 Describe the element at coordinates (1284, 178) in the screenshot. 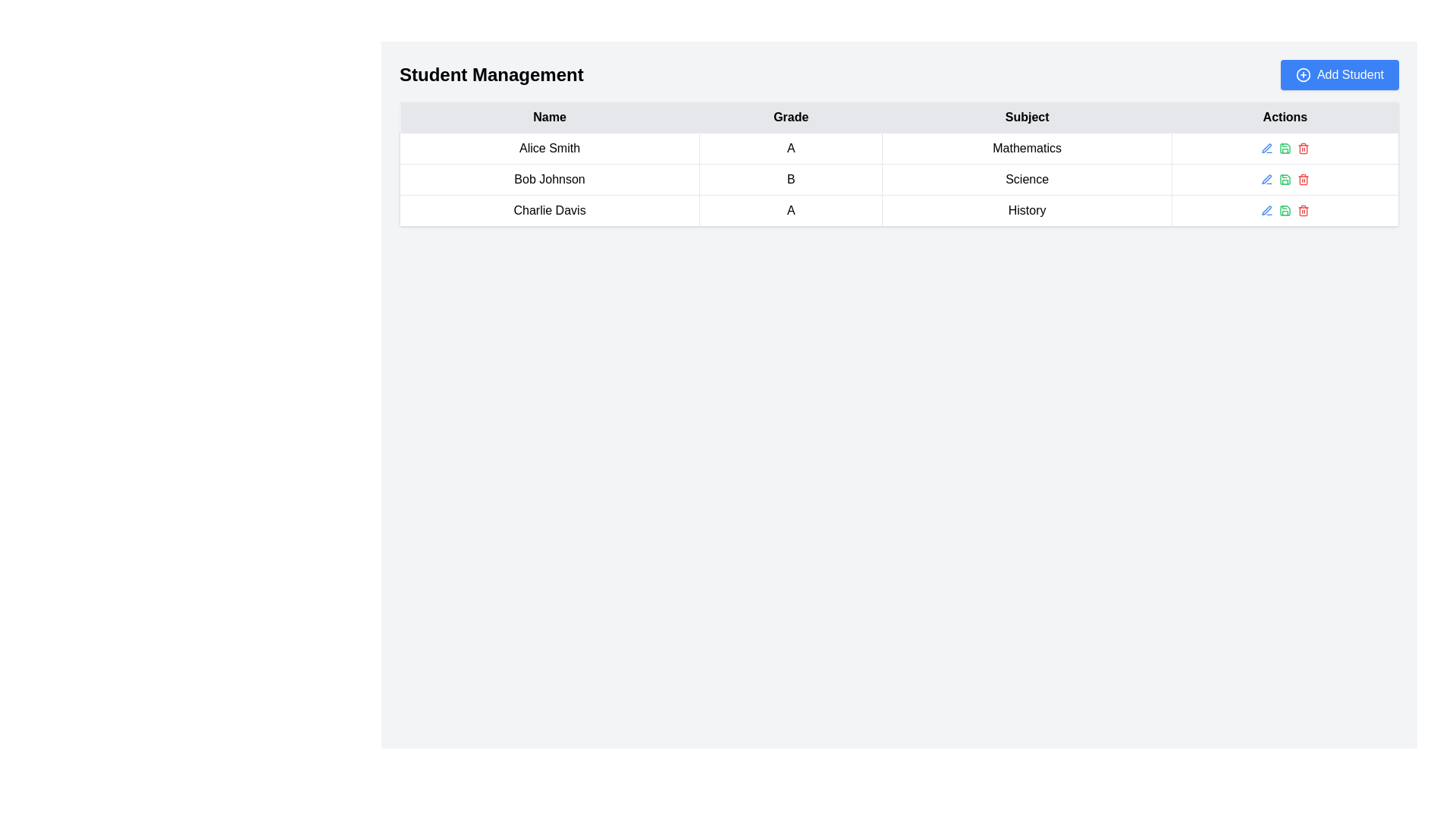

I see `the action buttons` at that location.